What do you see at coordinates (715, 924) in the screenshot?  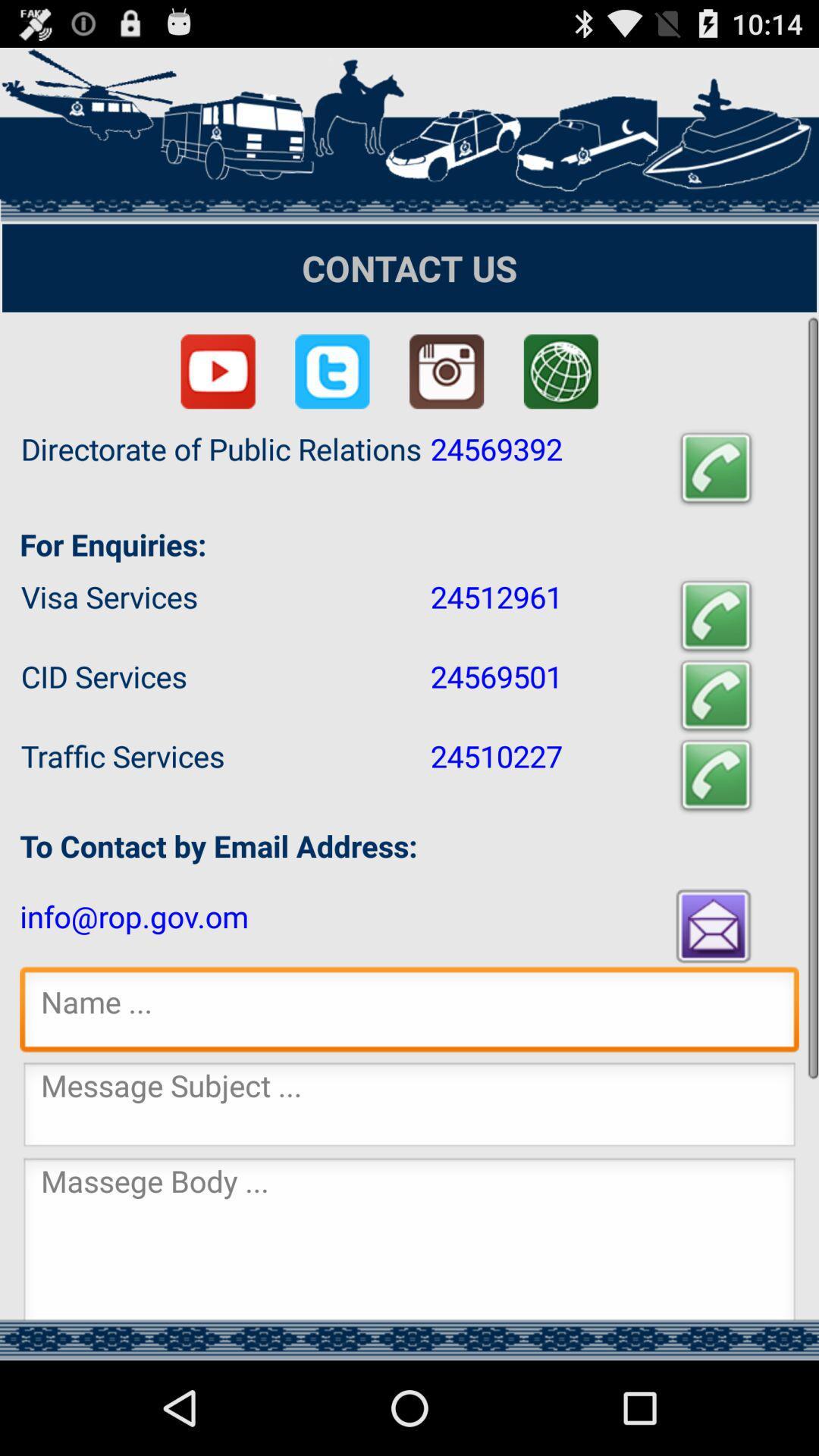 I see `press to email the address` at bounding box center [715, 924].